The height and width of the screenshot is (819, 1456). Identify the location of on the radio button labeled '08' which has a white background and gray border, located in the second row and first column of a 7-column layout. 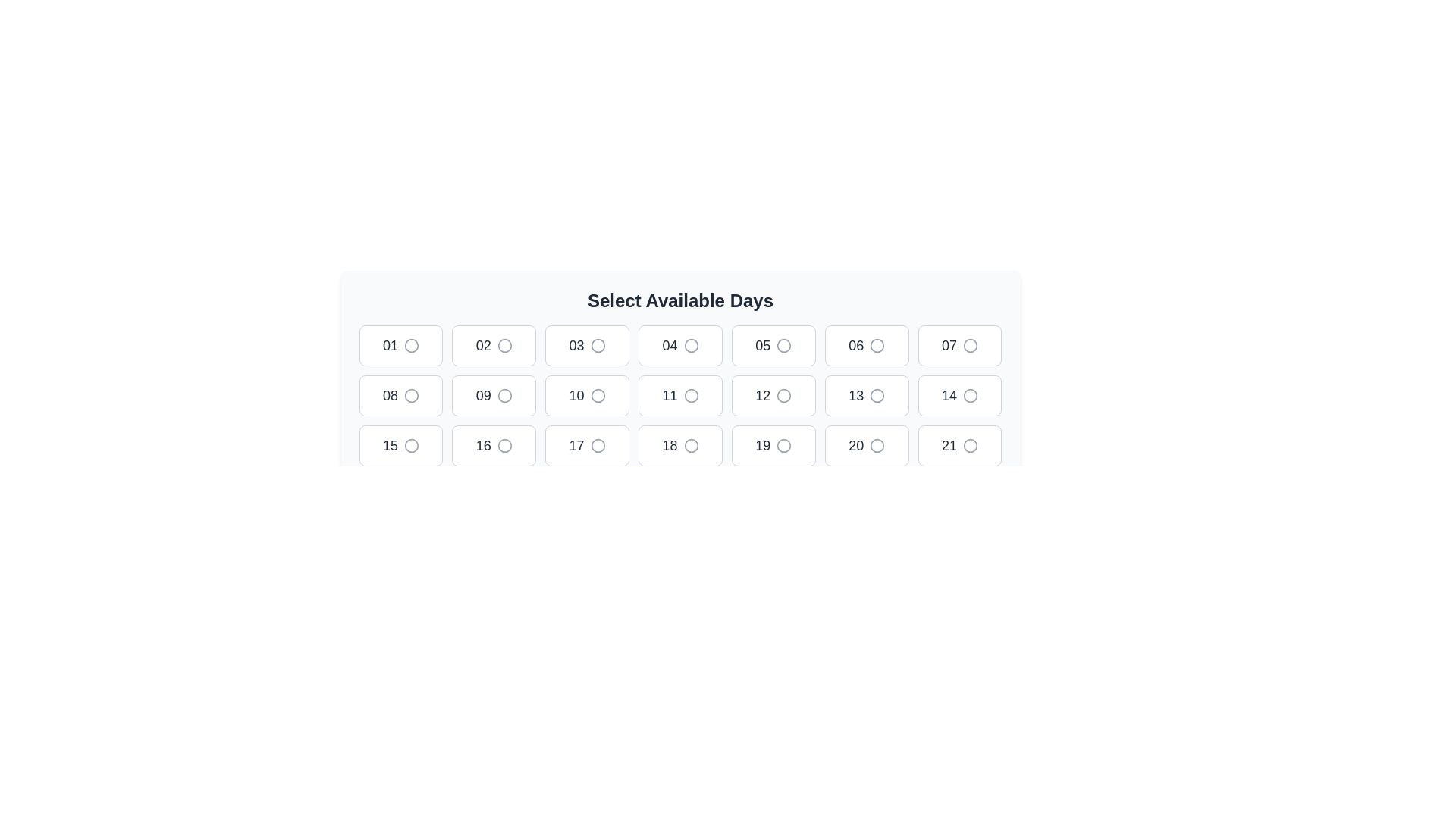
(400, 394).